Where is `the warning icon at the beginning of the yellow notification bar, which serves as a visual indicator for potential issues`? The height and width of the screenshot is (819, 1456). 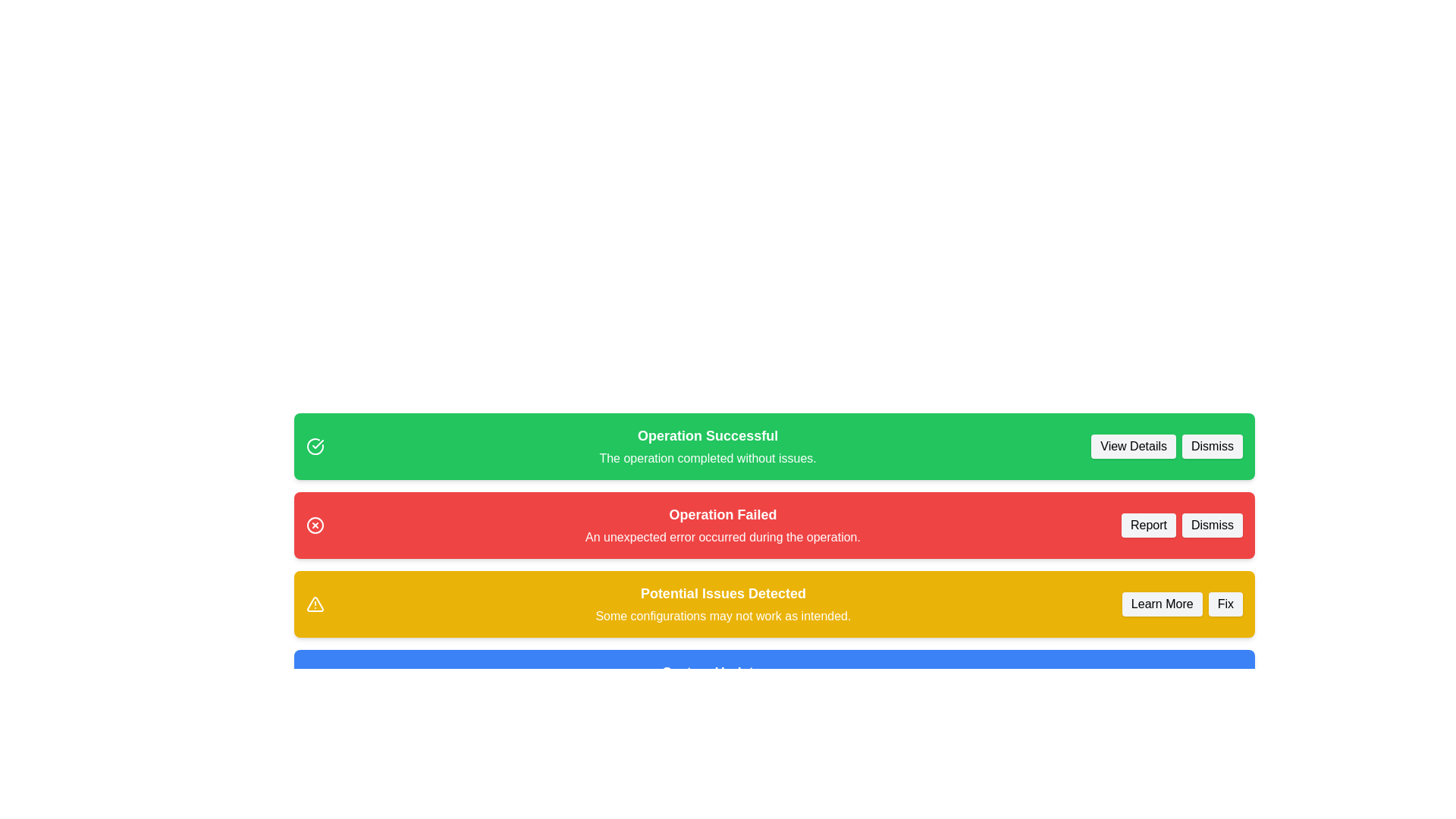
the warning icon at the beginning of the yellow notification bar, which serves as a visual indicator for potential issues is located at coordinates (315, 604).